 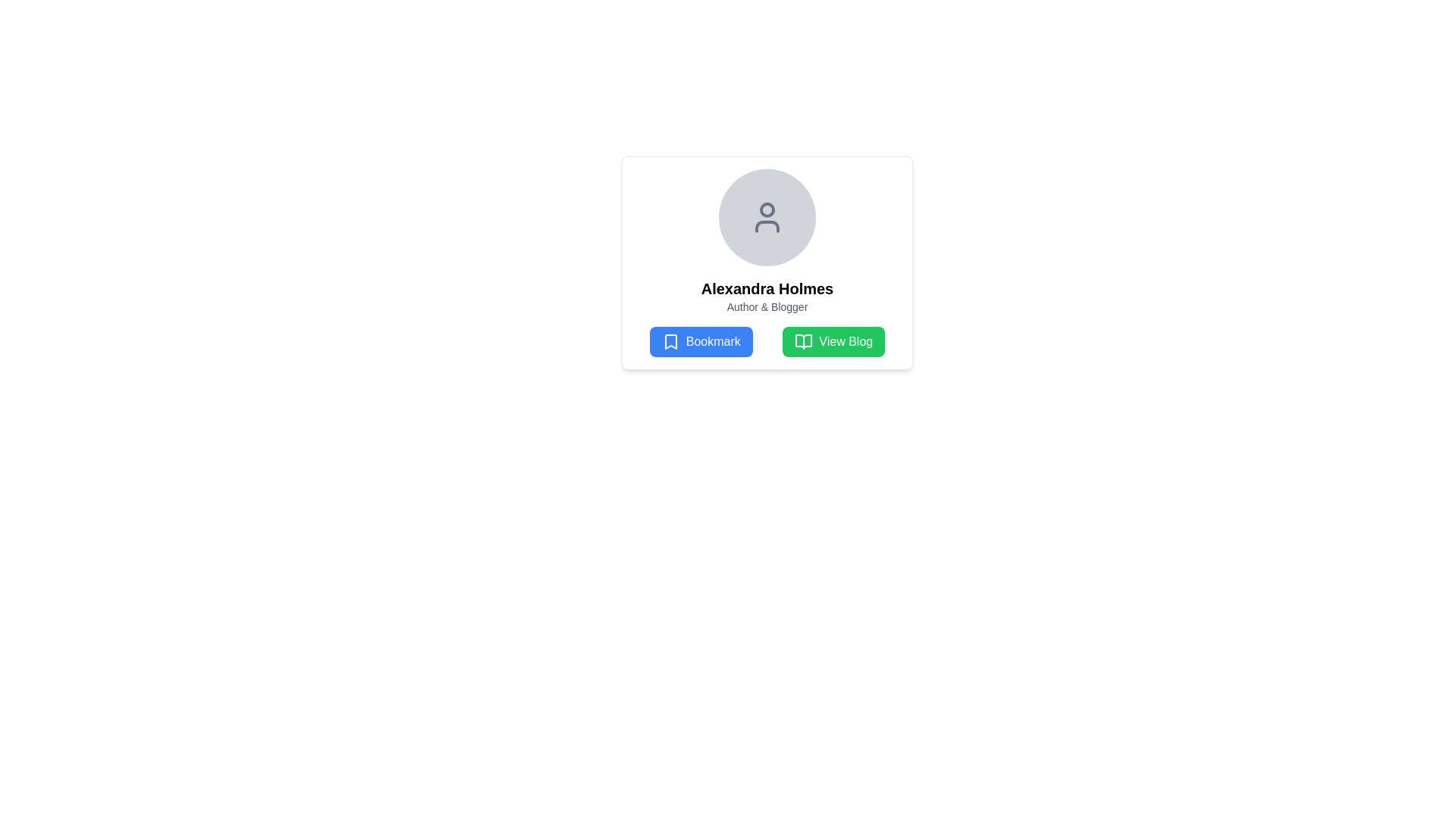 I want to click on the Profile Avatar located at the top of the user card layout to display tooltip or details about the user, so click(x=767, y=217).